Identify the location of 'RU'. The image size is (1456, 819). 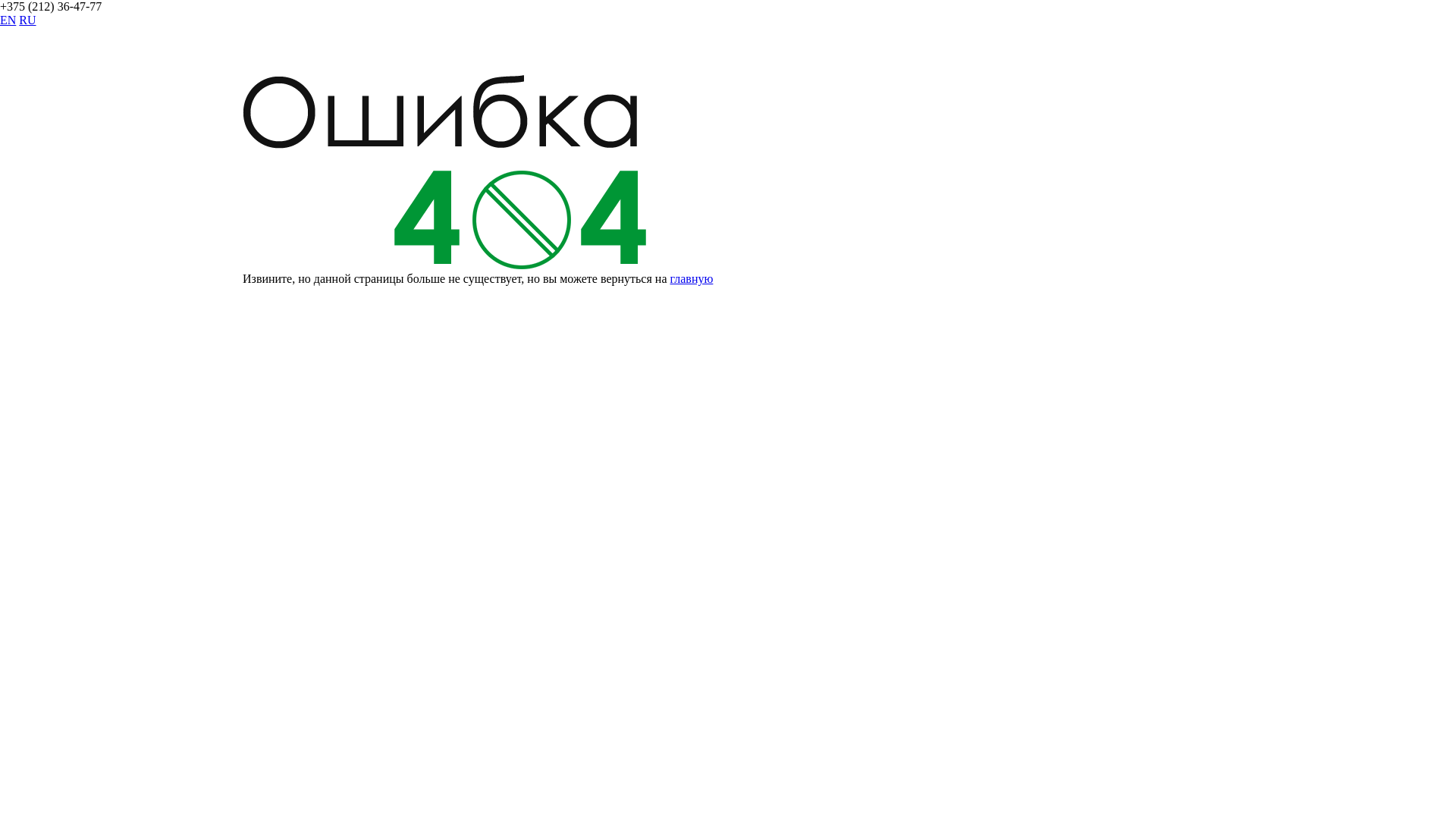
(27, 20).